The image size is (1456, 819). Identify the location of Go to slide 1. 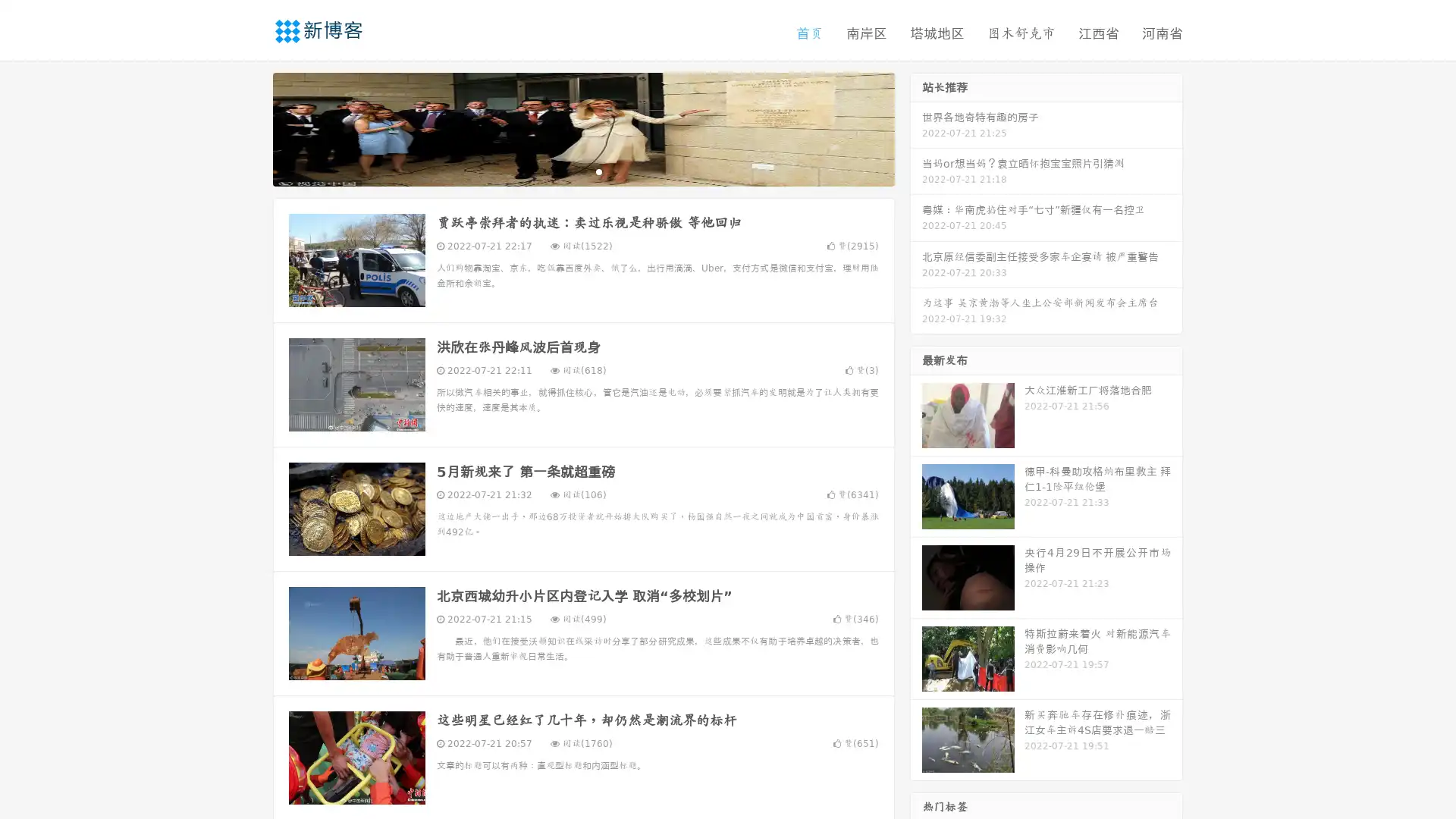
(567, 171).